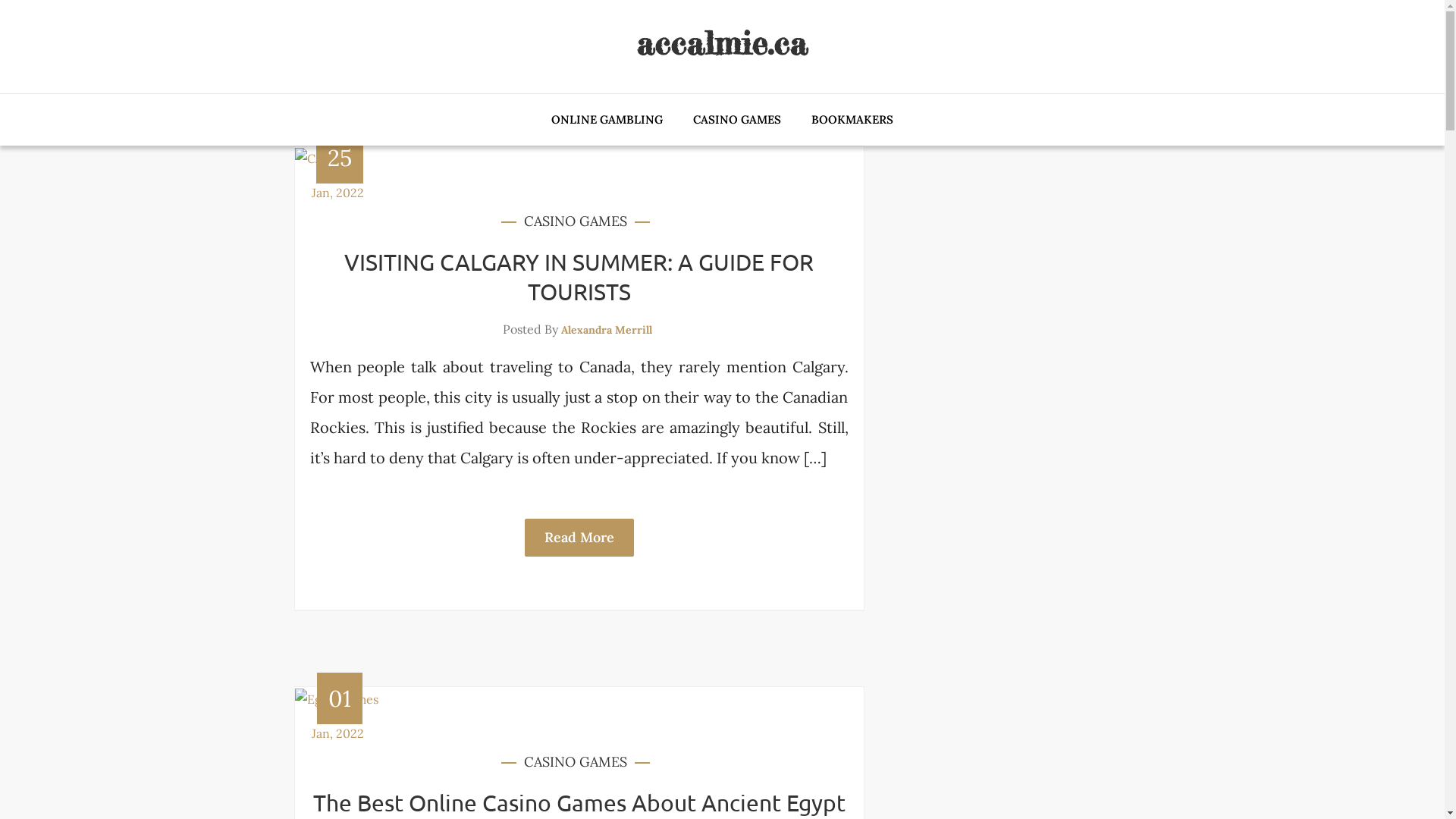 Image resolution: width=1456 pixels, height=819 pixels. I want to click on 'accalmie.ca', so click(720, 42).